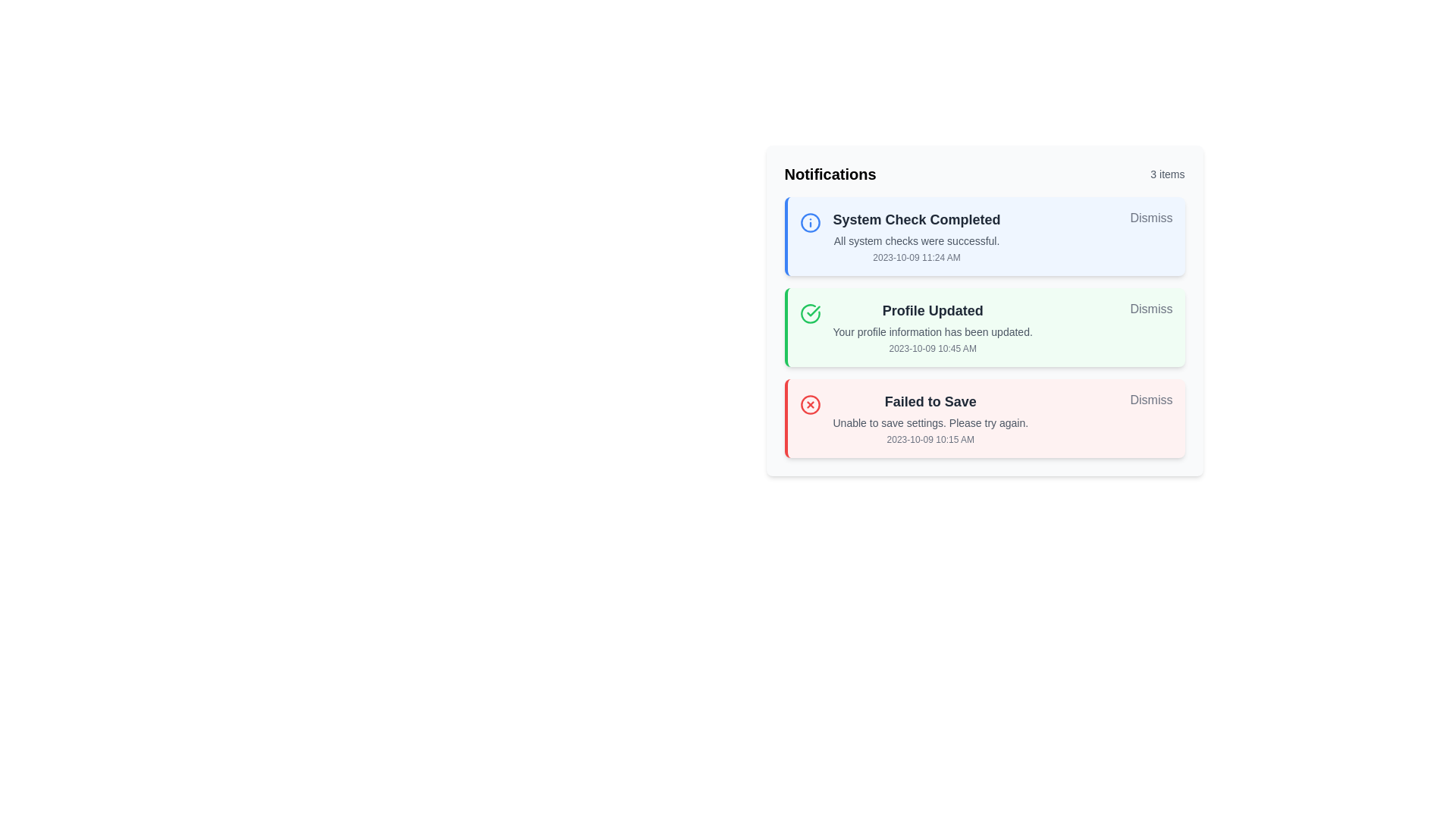  I want to click on the green checkmark icon enclosed within a circle, located to the left of the 'Profile Updated' text in the notification card, so click(809, 312).